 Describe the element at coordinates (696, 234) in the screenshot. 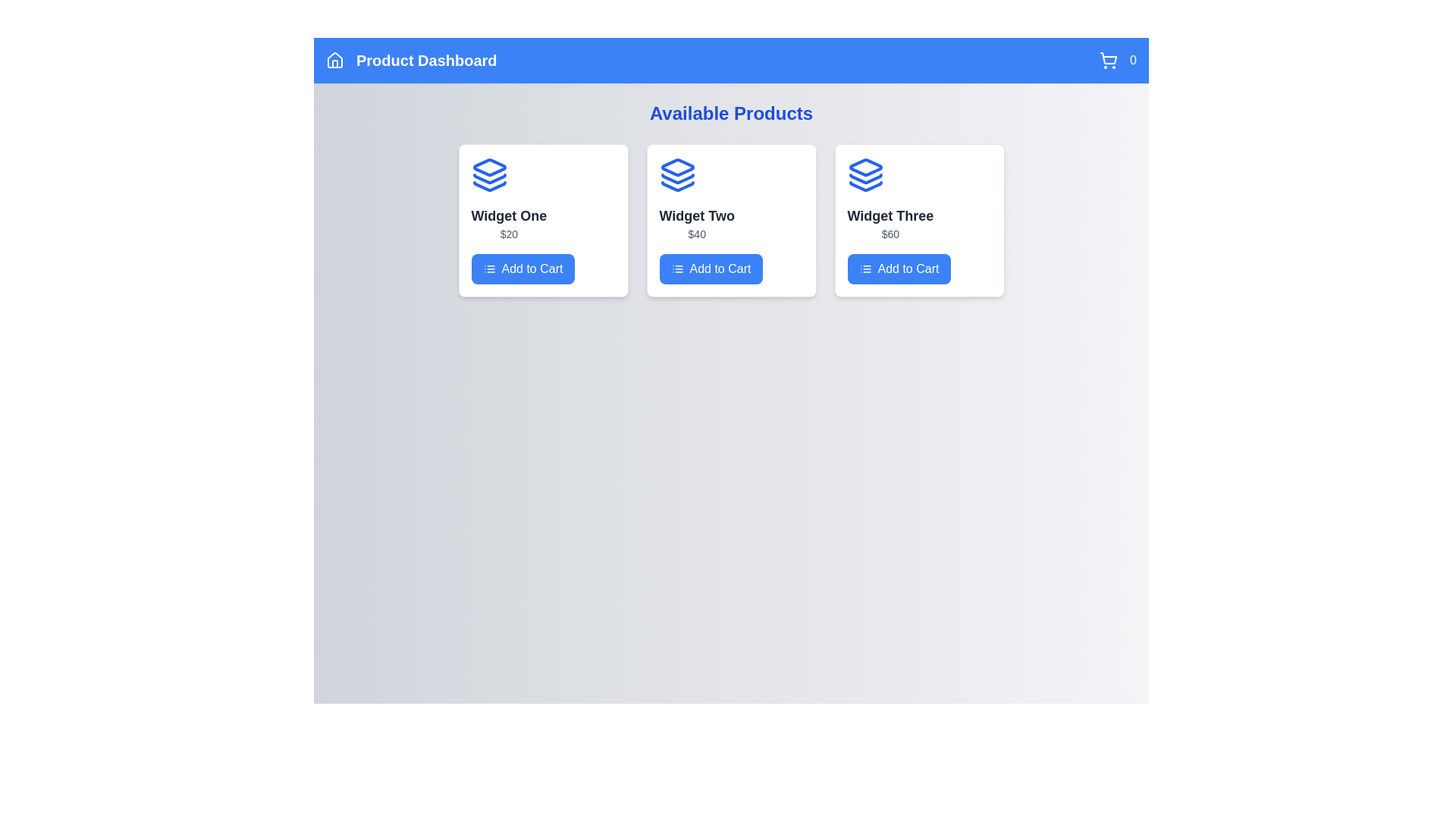

I see `price displayed on the static text label for the product 'Widget Two', which is located below the product title and above the 'Add to Cart' button` at that location.